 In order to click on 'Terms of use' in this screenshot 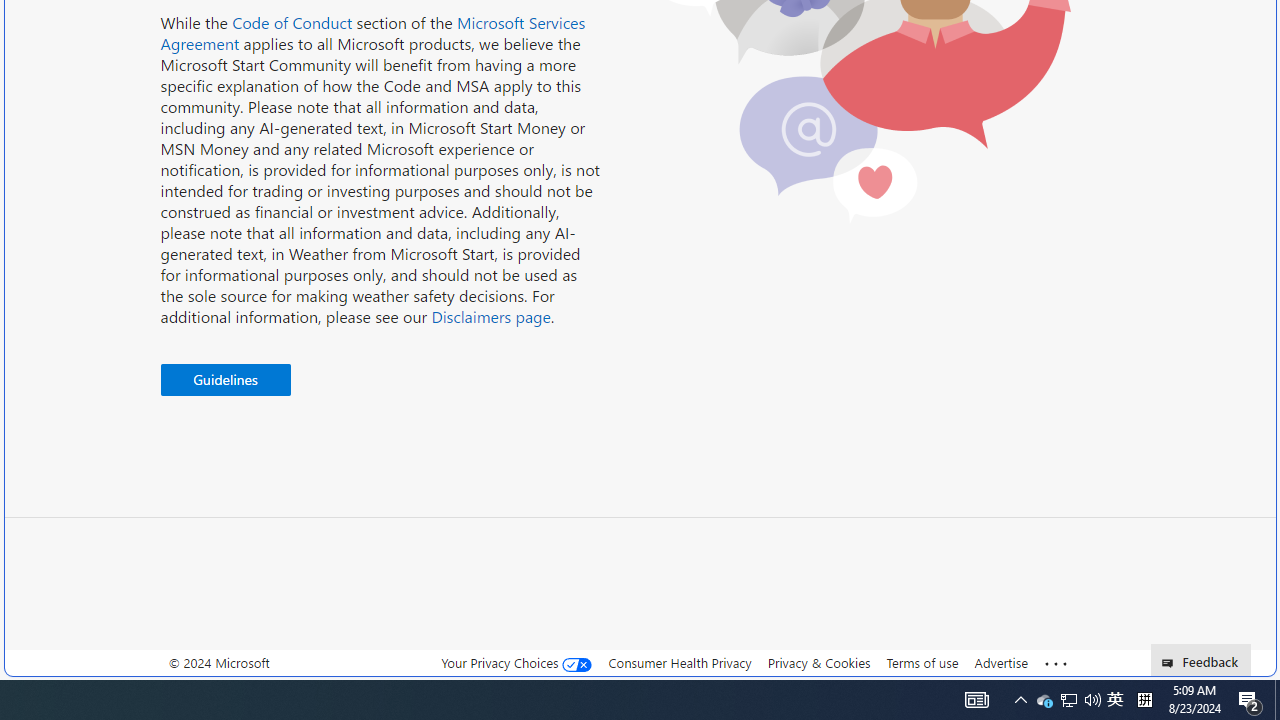, I will do `click(921, 662)`.